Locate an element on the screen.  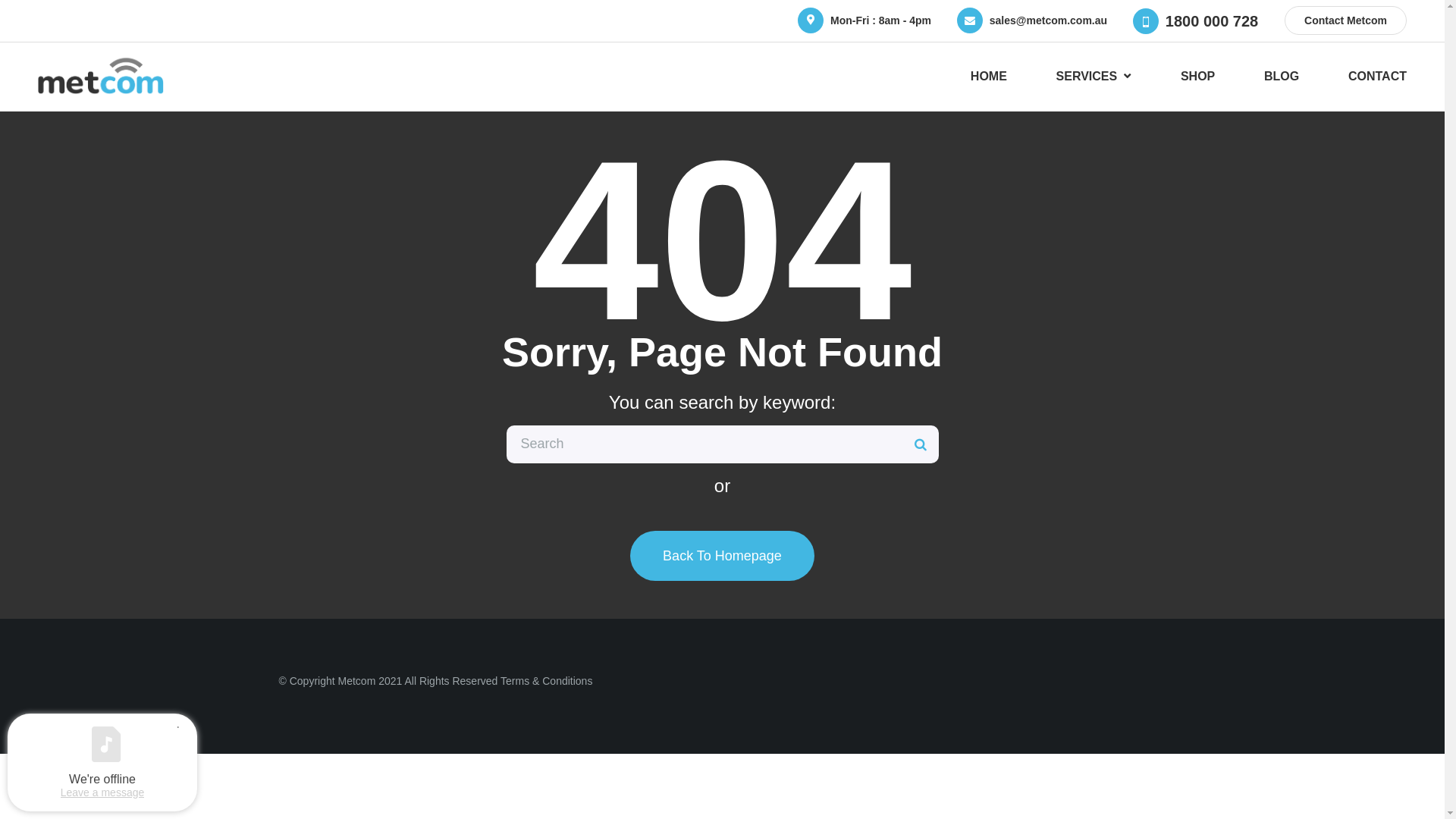
'Back To Homepage' is located at coordinates (629, 555).